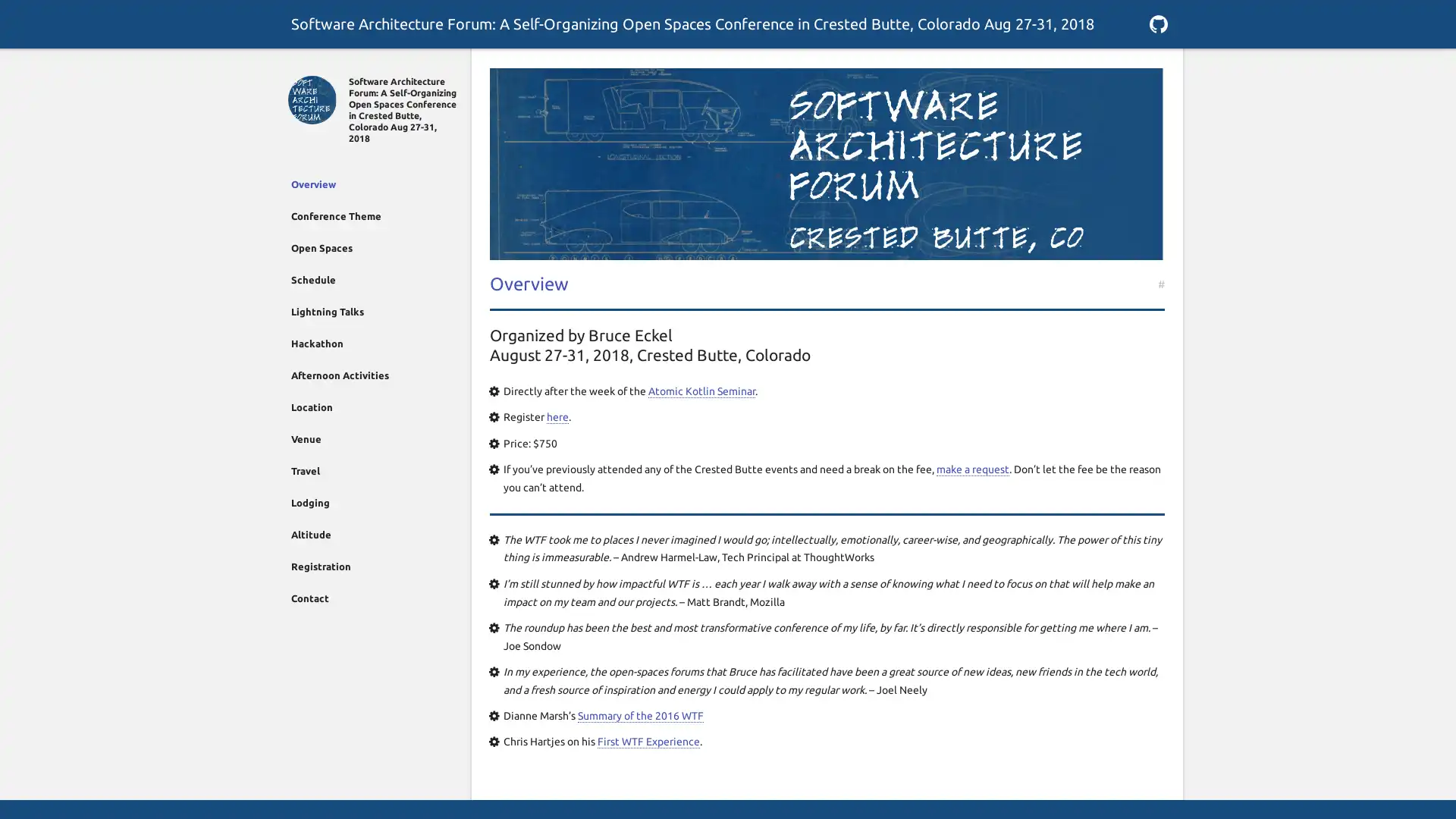 The width and height of the screenshot is (1456, 819). I want to click on GitHub, so click(1157, 24).